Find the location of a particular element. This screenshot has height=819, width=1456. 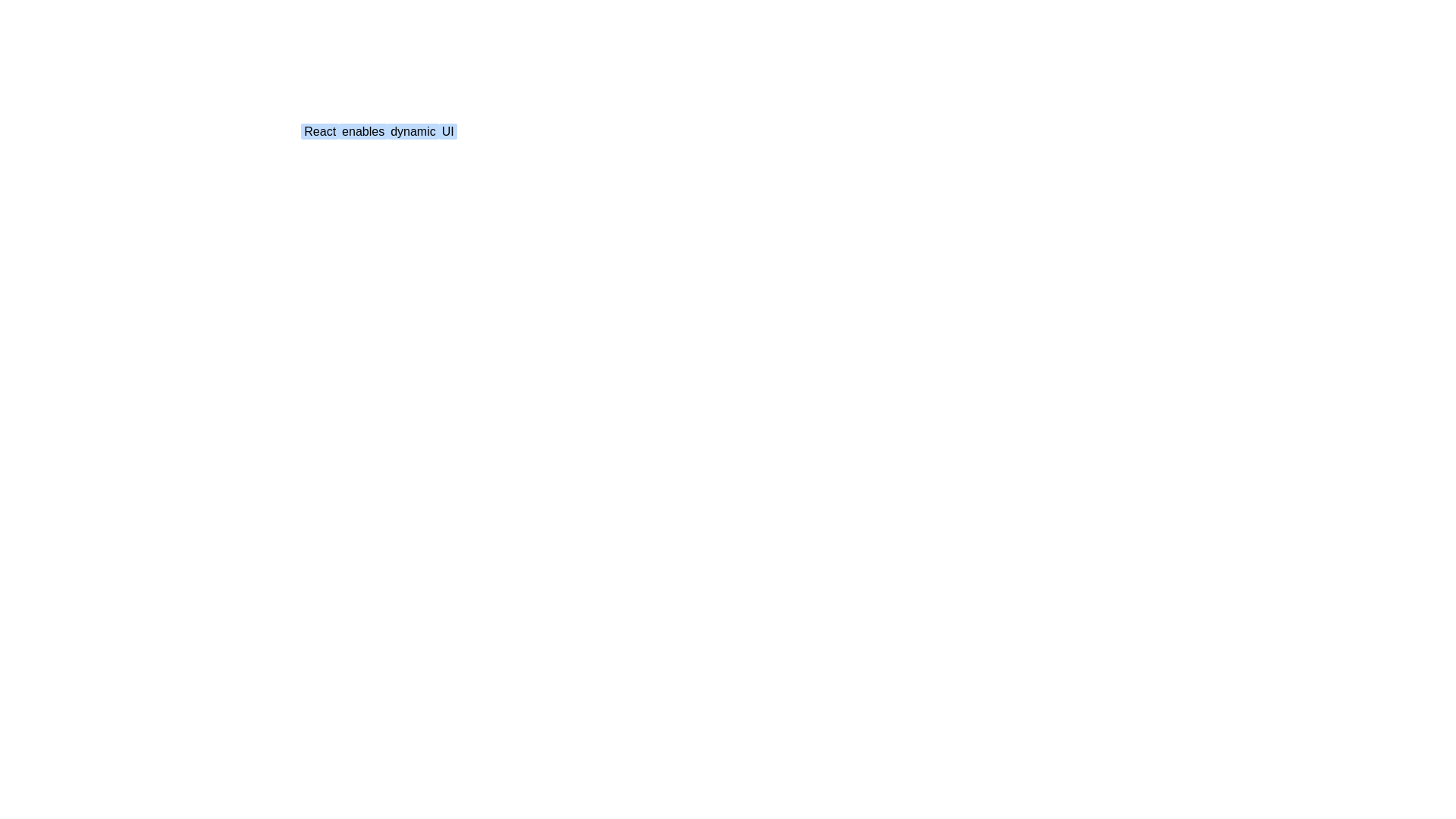

the Label element displaying the text 'React', which has a light blue background and rounded corners, located at the leftmost position among its siblings is located at coordinates (319, 130).